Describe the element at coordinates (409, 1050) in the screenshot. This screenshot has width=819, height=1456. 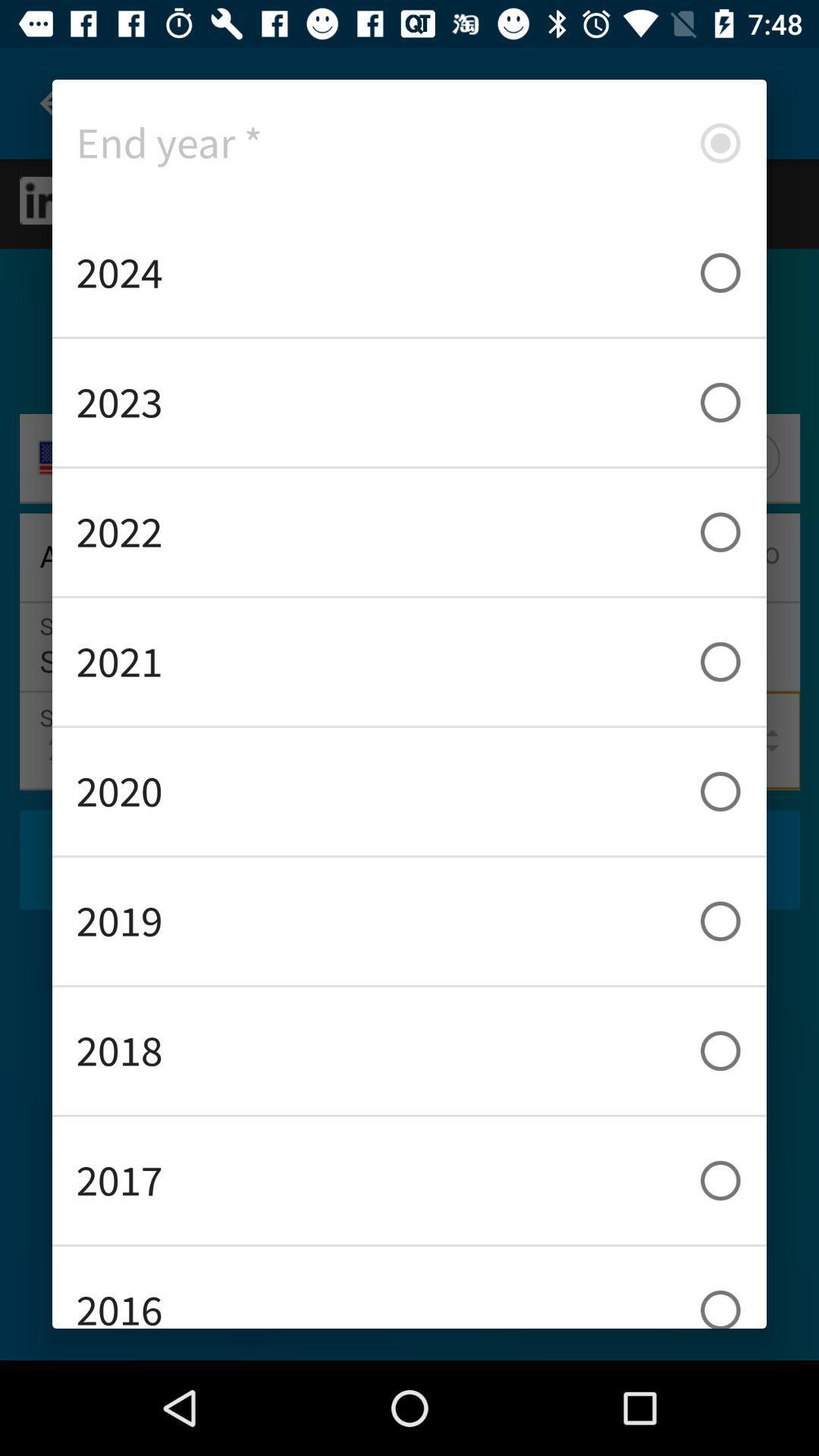
I see `2018 icon` at that location.